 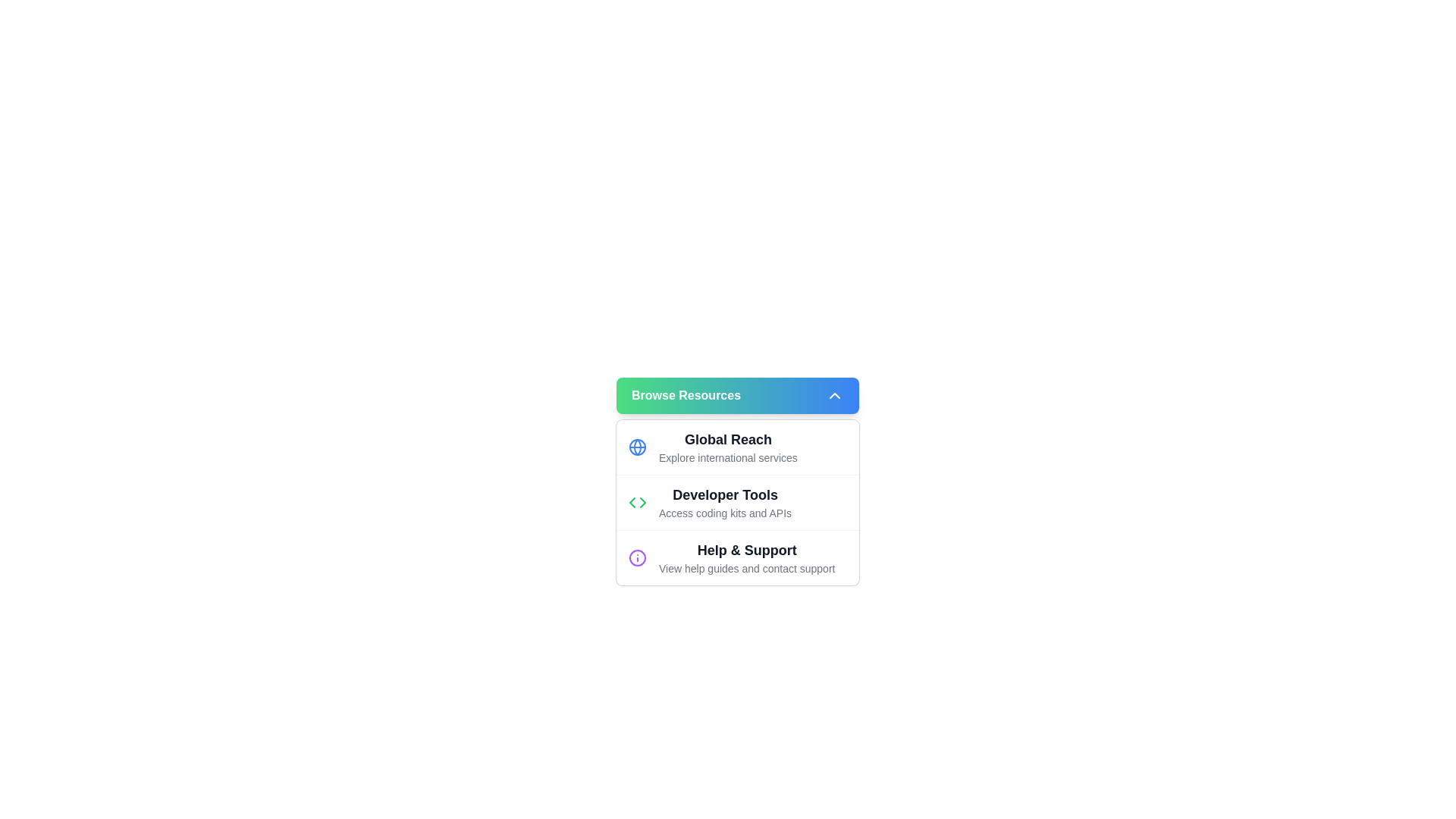 I want to click on the 'Help & Support' icon, which visually represents the section for user assistance and is located to the left of the bold title text 'Help & Support', so click(x=637, y=558).